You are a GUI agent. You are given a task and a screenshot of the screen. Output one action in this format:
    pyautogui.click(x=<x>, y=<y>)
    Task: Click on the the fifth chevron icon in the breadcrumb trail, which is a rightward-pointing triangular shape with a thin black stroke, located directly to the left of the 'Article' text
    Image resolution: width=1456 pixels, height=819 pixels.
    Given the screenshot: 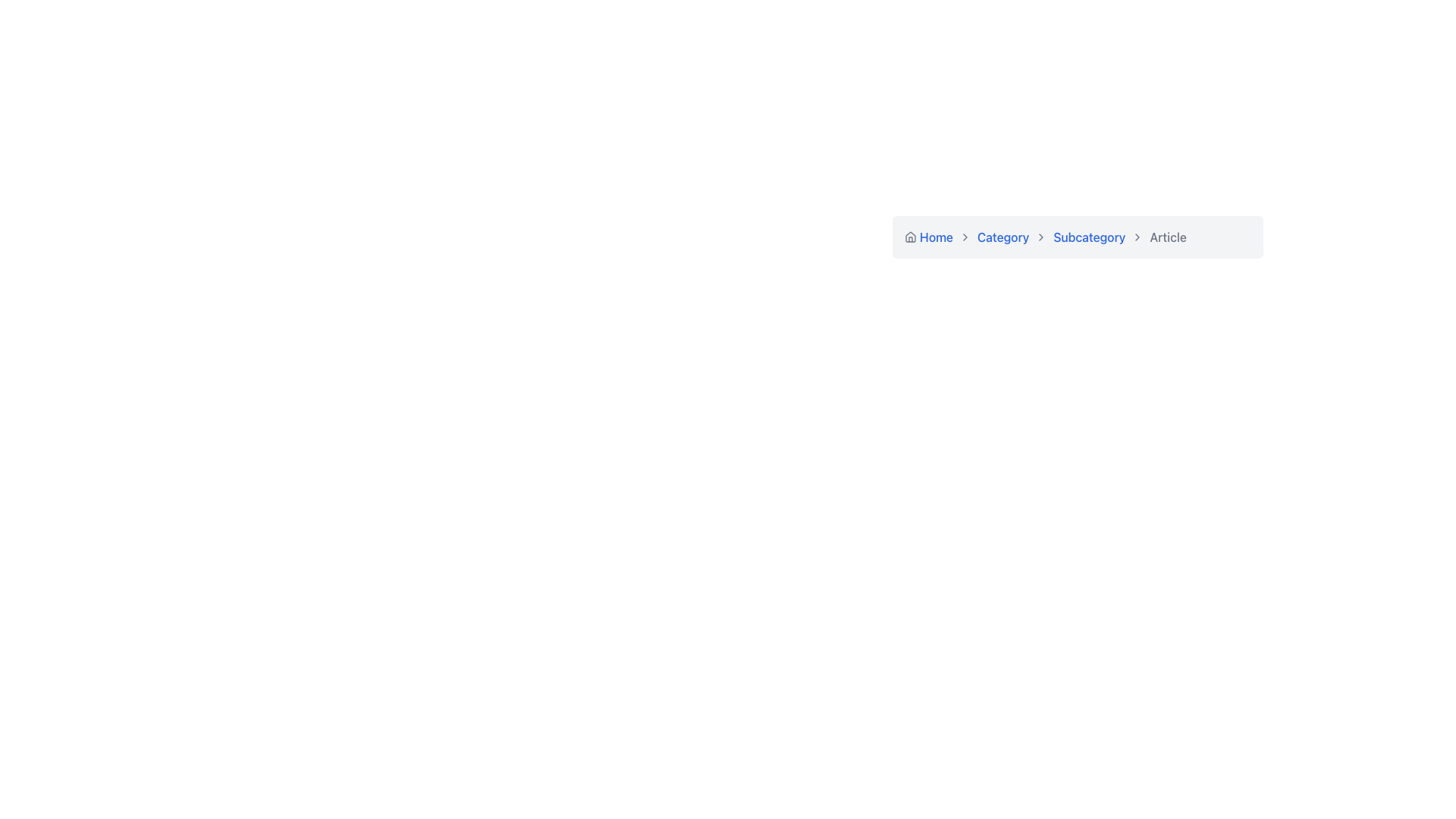 What is the action you would take?
    pyautogui.click(x=1137, y=237)
    